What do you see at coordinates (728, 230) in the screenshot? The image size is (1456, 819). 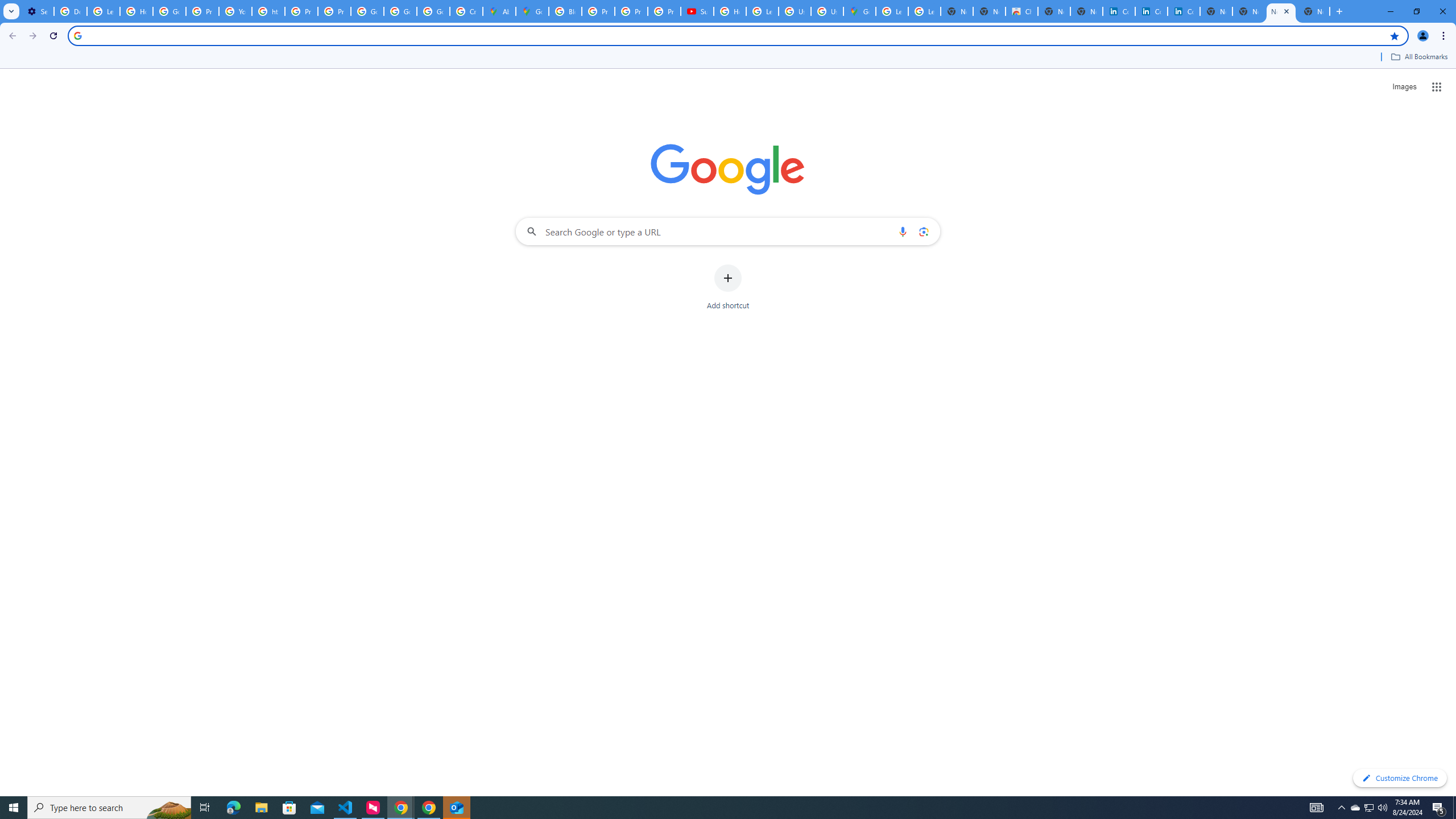 I see `'Search Google or type a URL'` at bounding box center [728, 230].